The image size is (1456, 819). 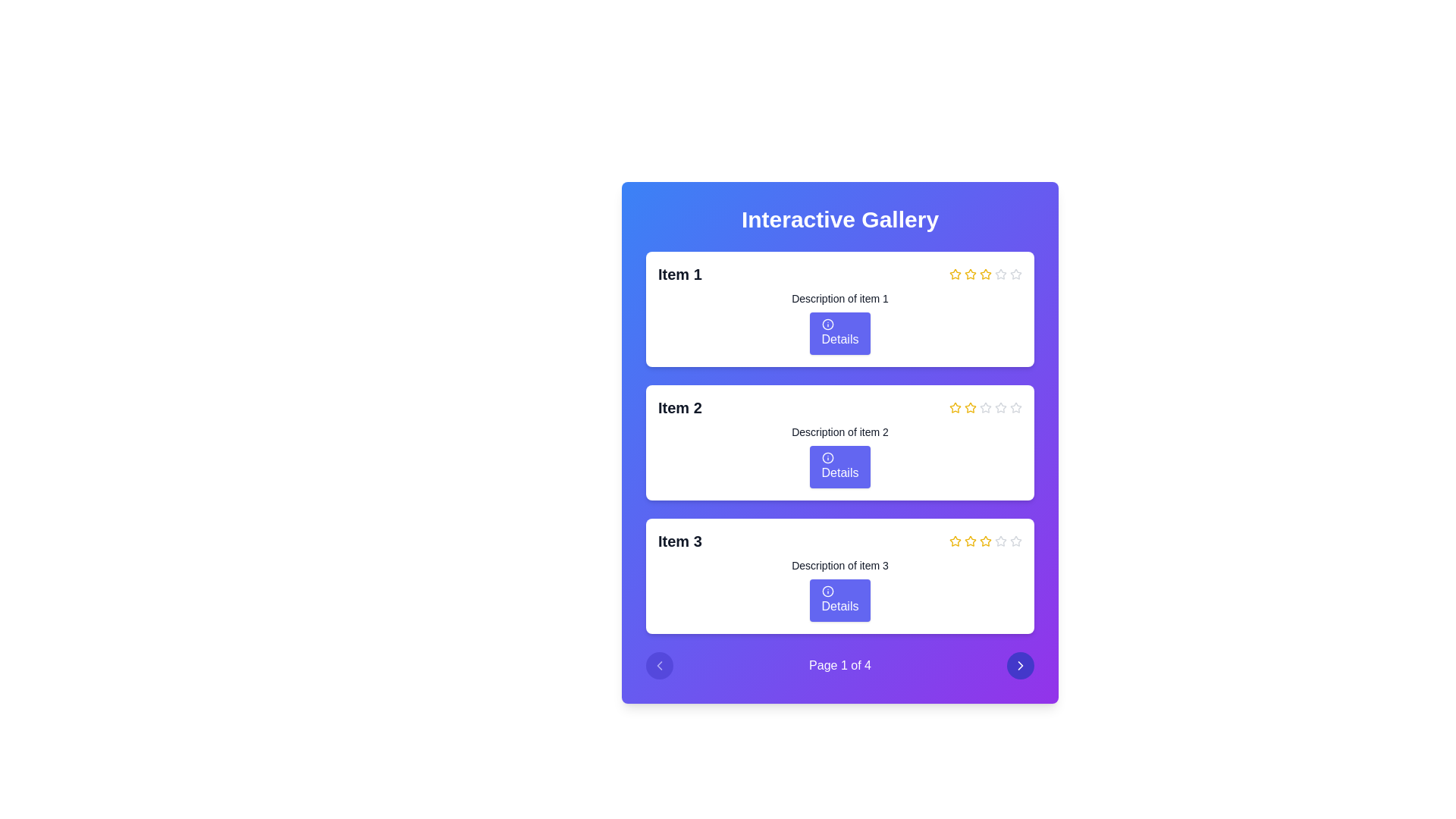 I want to click on the text label displaying 'Item 2' in bold black font on a white card with a blue background, so click(x=679, y=406).